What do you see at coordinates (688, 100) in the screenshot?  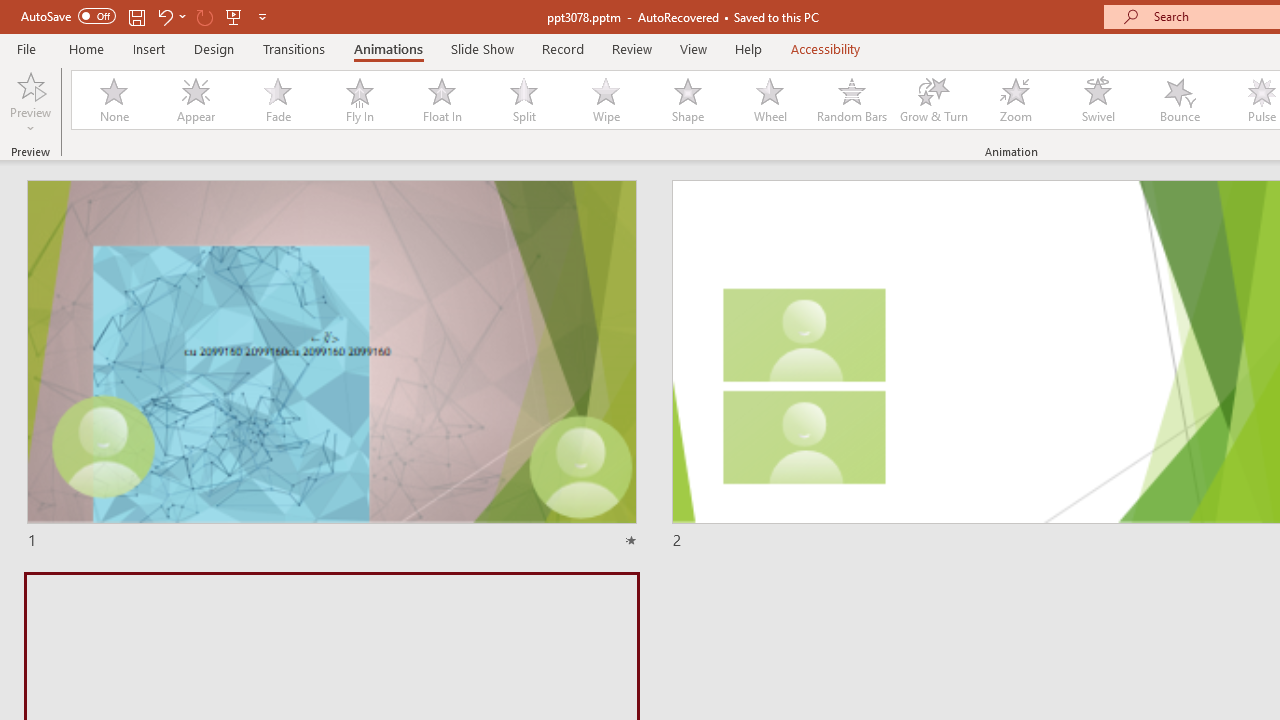 I see `'Shape'` at bounding box center [688, 100].